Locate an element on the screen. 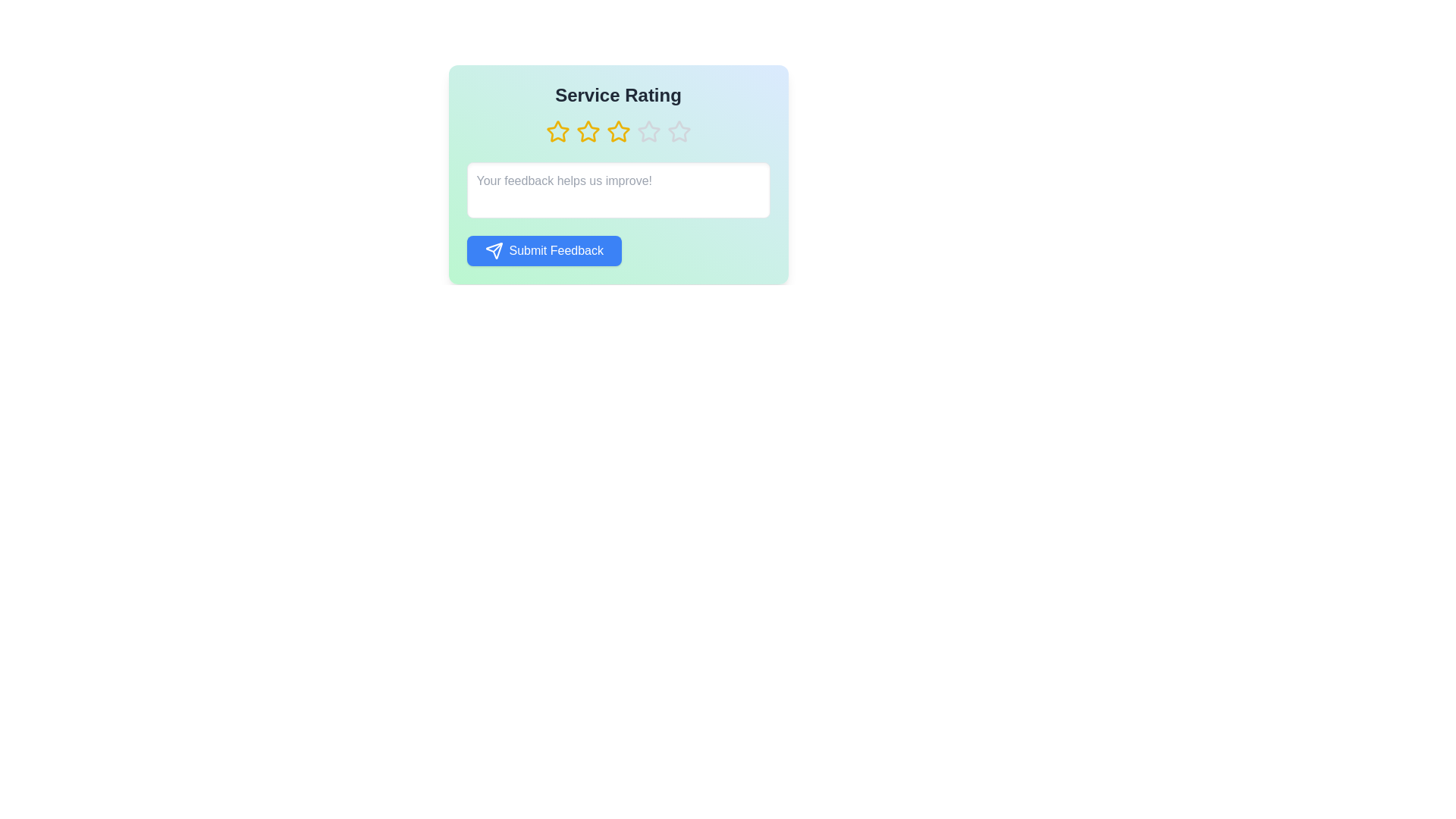 Image resolution: width=1456 pixels, height=819 pixels. the second star-shaped icon in the rating component is located at coordinates (587, 130).